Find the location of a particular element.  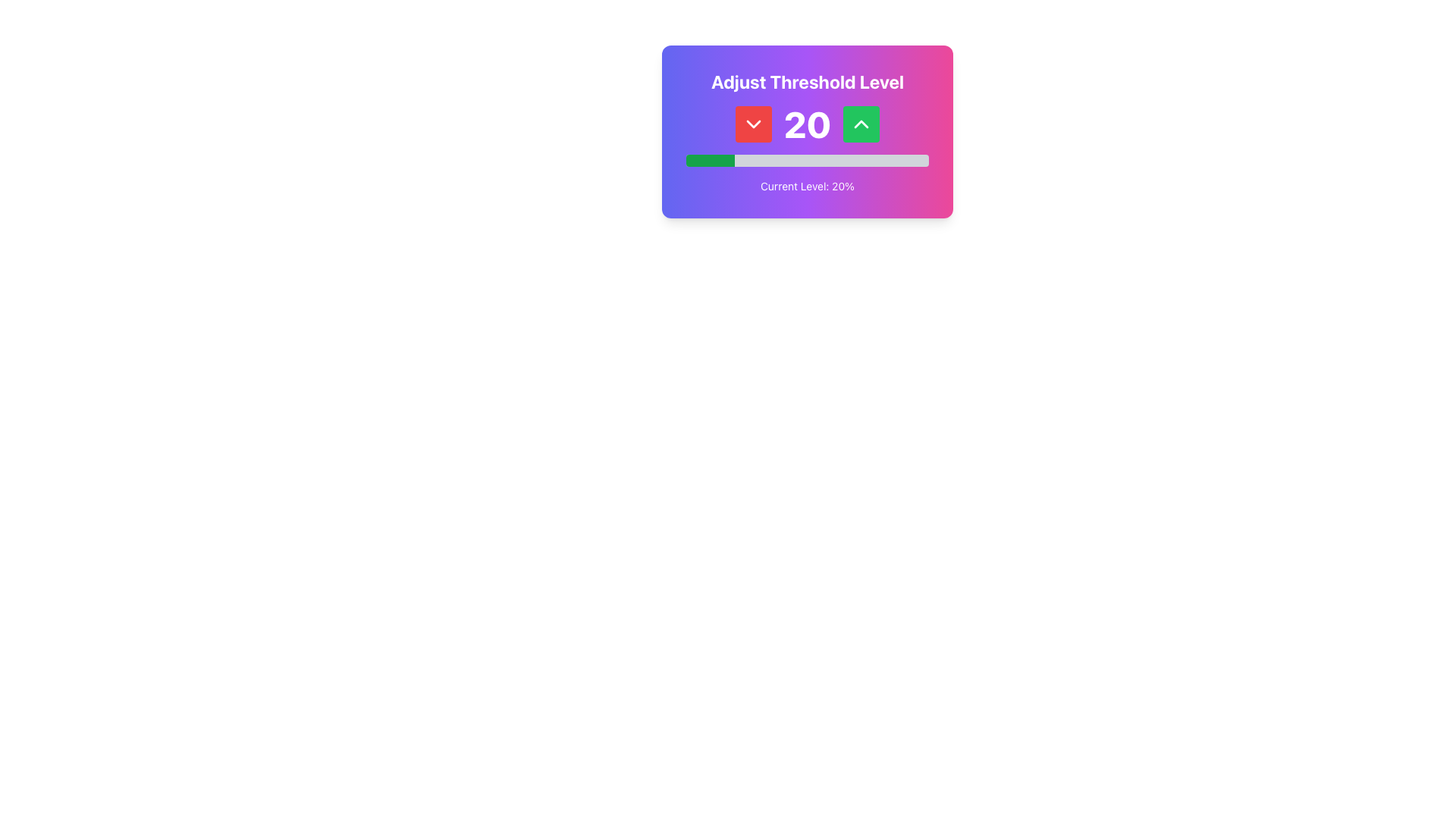

the prominent number '20' displayed in white, bold font, located between the red down chevron button and the green up chevron button on a gradient background is located at coordinates (807, 124).